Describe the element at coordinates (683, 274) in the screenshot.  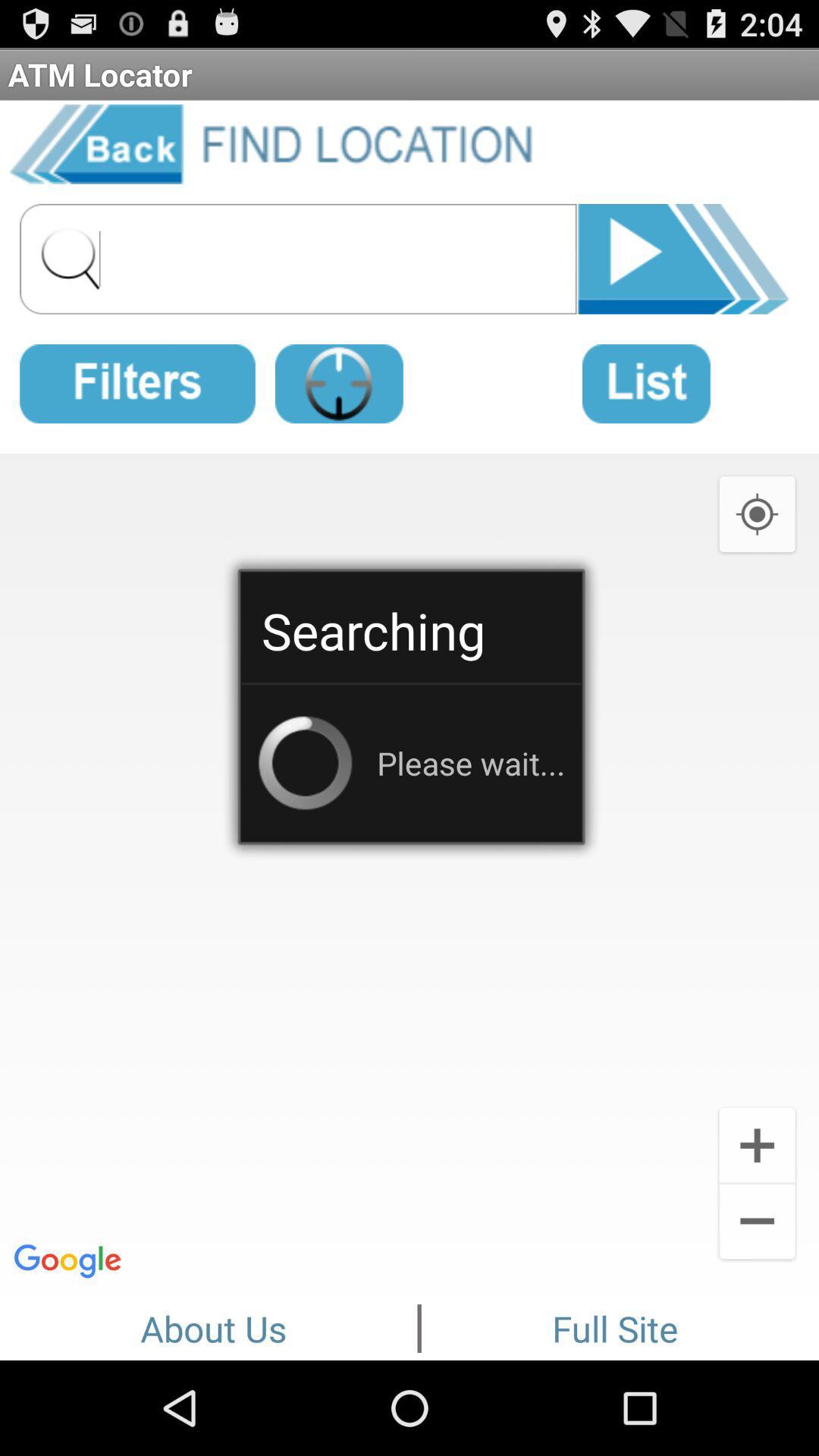
I see `the skip_next icon` at that location.